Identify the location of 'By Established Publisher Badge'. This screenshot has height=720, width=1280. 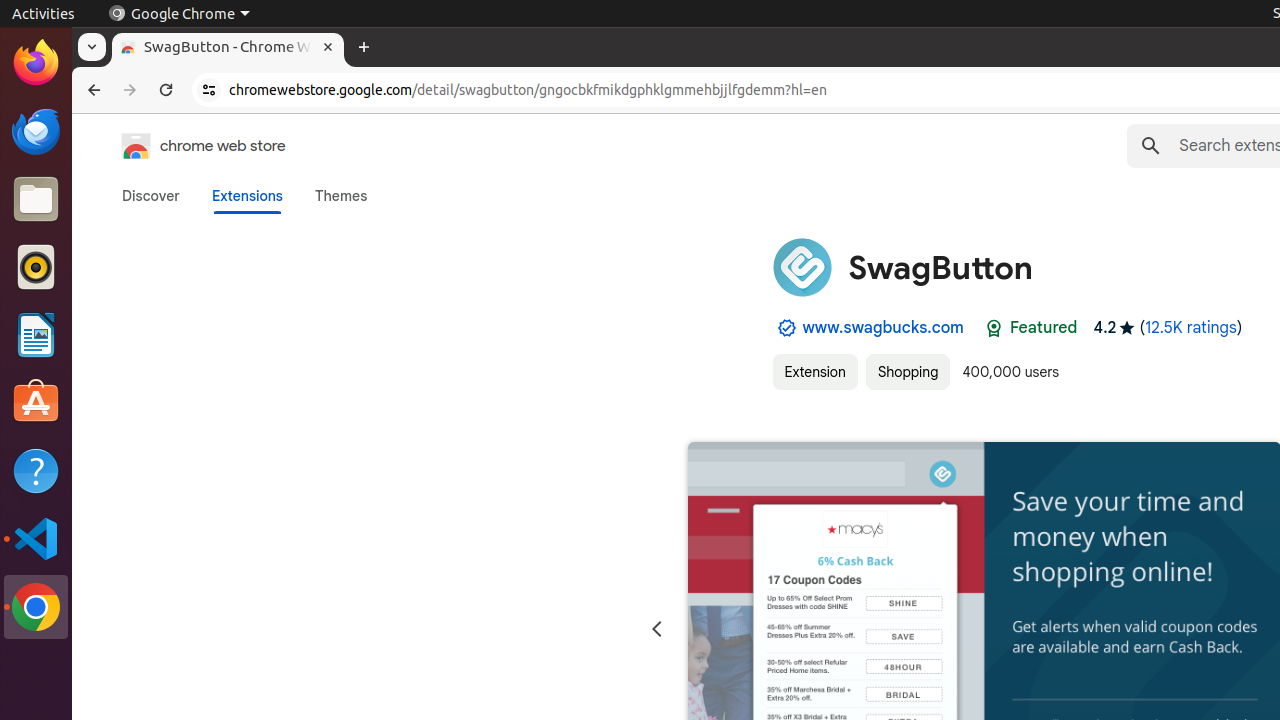
(785, 327).